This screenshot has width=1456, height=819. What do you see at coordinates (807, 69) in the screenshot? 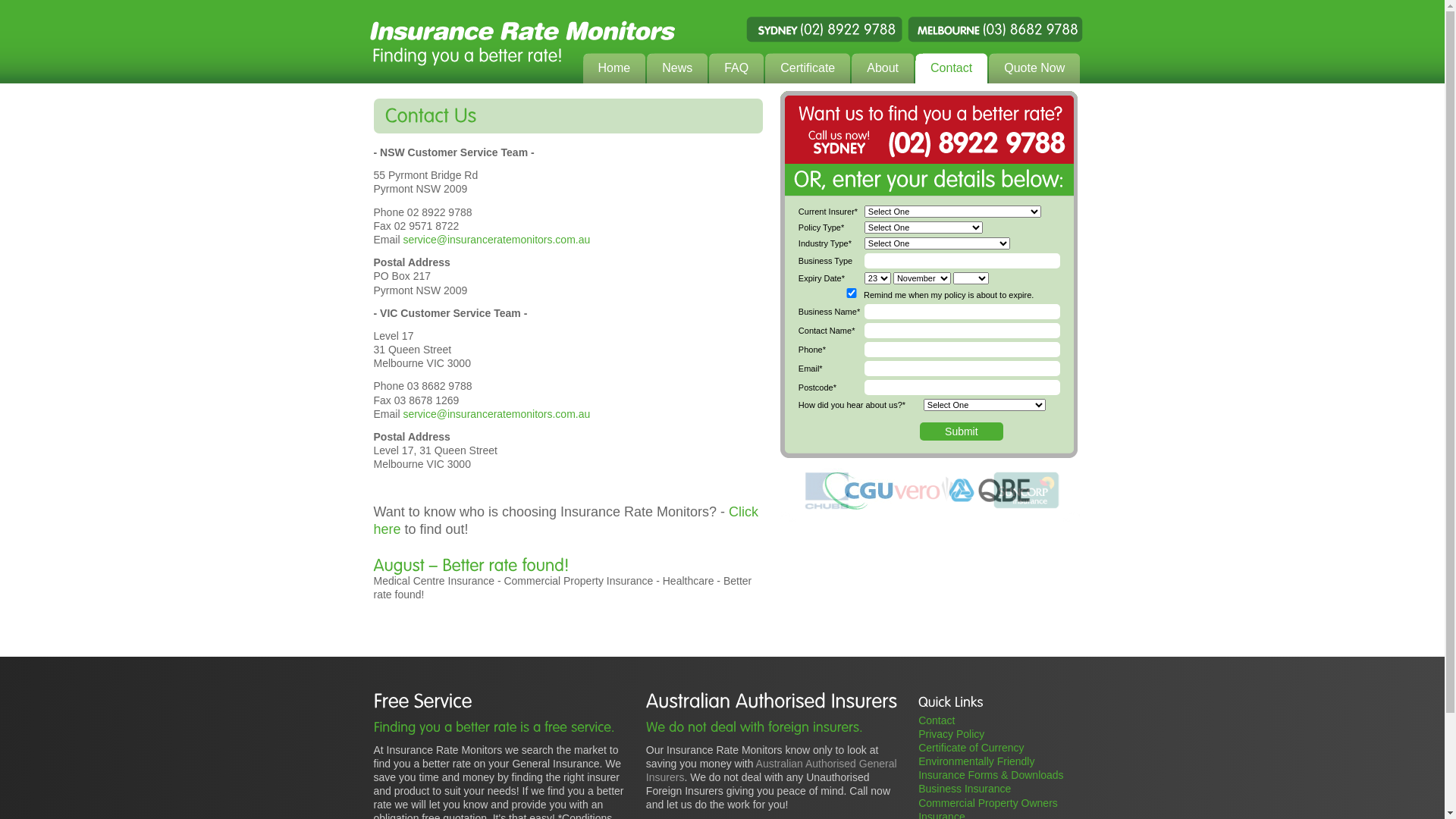
I see `'Certificate'` at bounding box center [807, 69].